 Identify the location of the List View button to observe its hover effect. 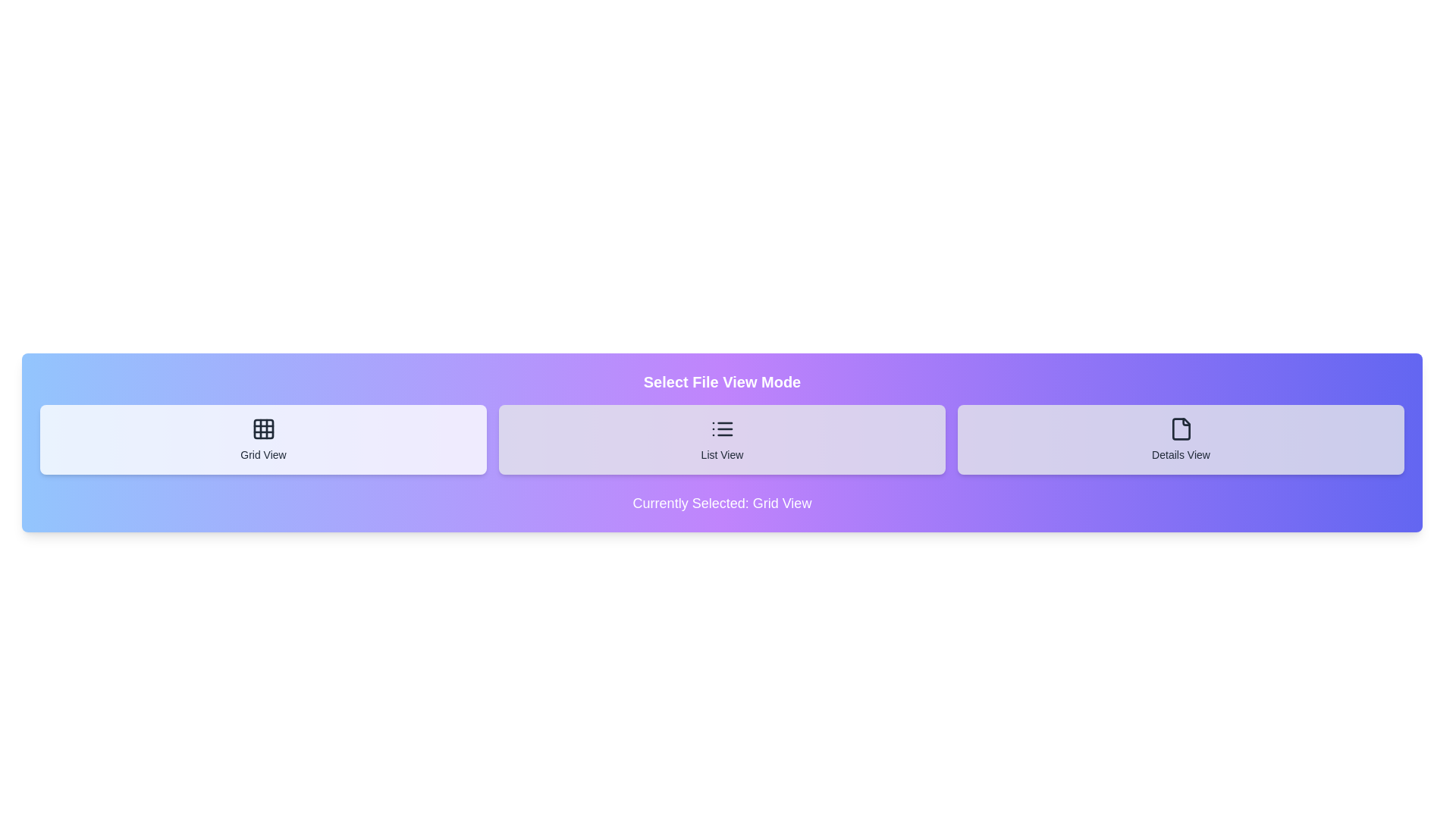
(721, 439).